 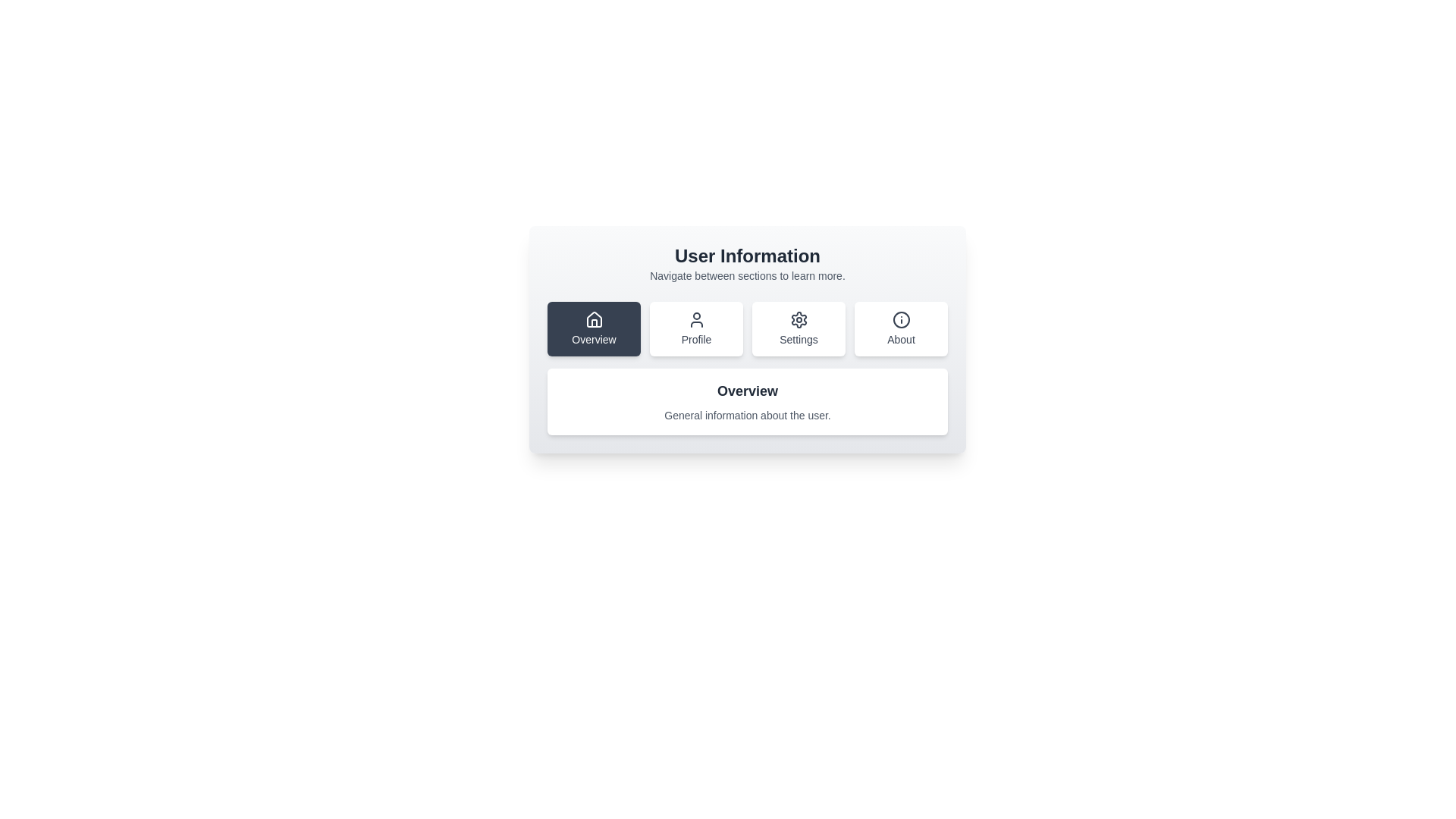 What do you see at coordinates (747, 328) in the screenshot?
I see `the 'Settings' button in the horizontal navigation bar located below the 'User Information' card` at bounding box center [747, 328].